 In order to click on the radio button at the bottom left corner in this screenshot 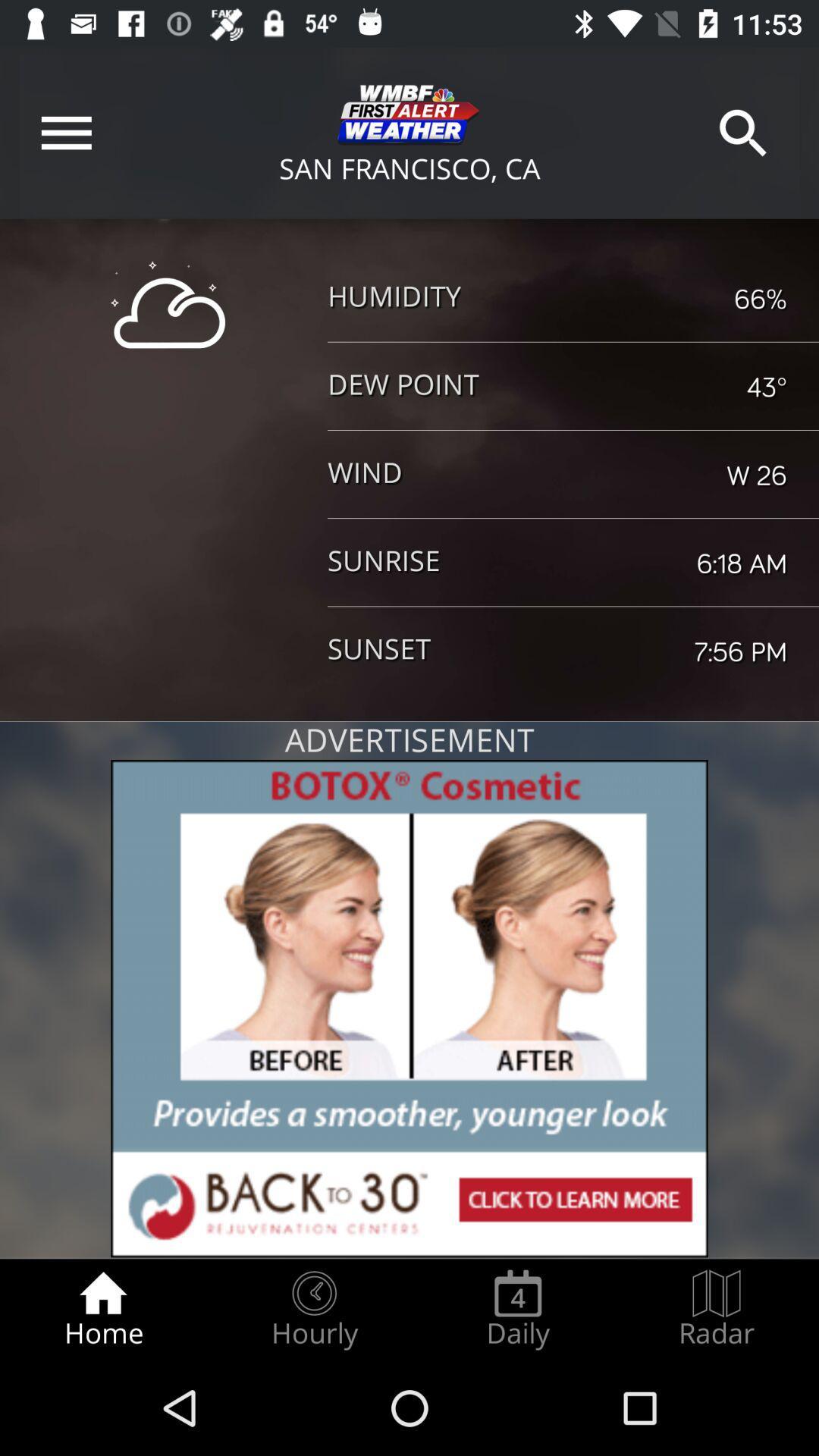, I will do `click(102, 1309)`.